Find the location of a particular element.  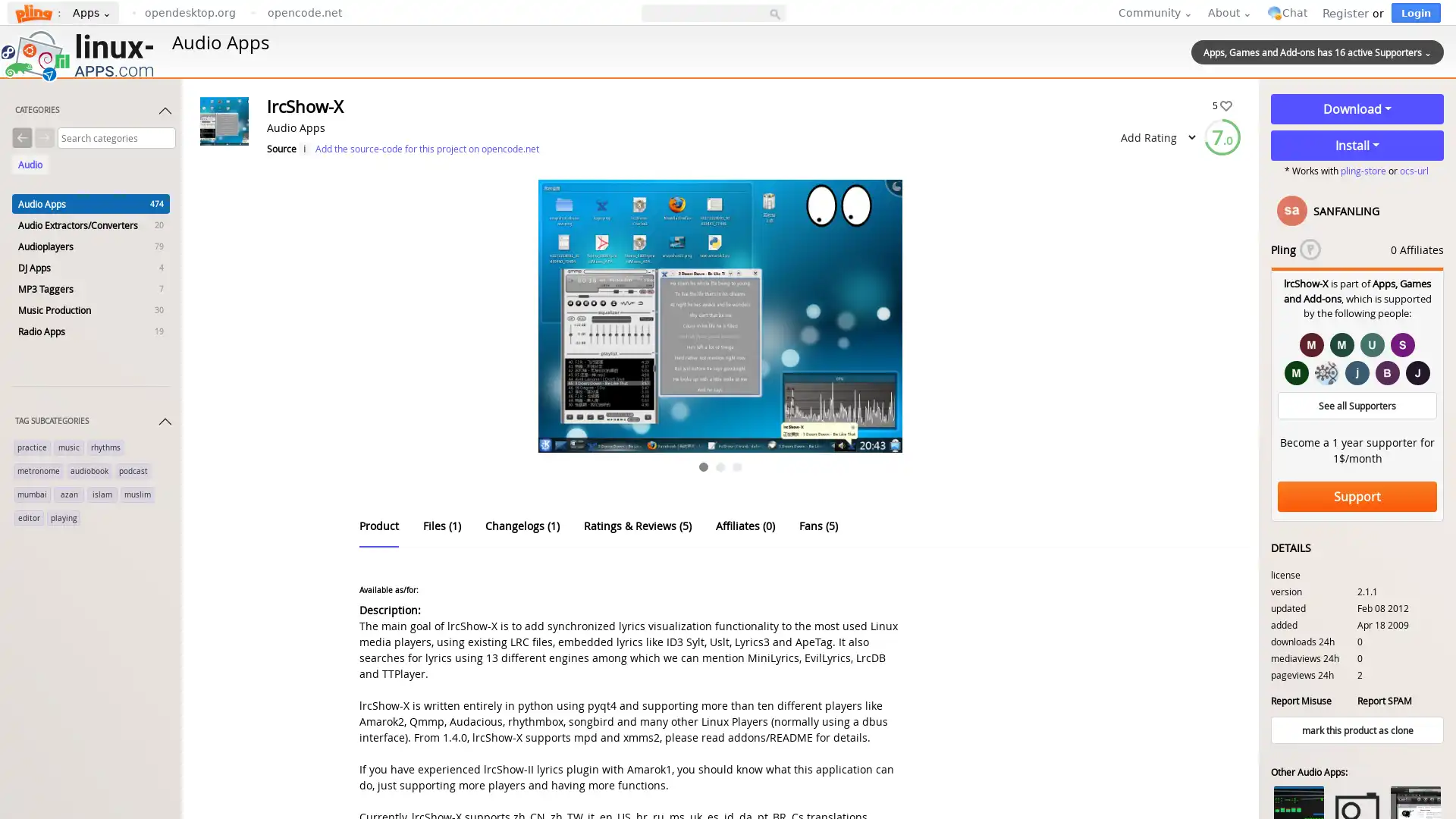

Go to slide 3 is located at coordinates (737, 466).